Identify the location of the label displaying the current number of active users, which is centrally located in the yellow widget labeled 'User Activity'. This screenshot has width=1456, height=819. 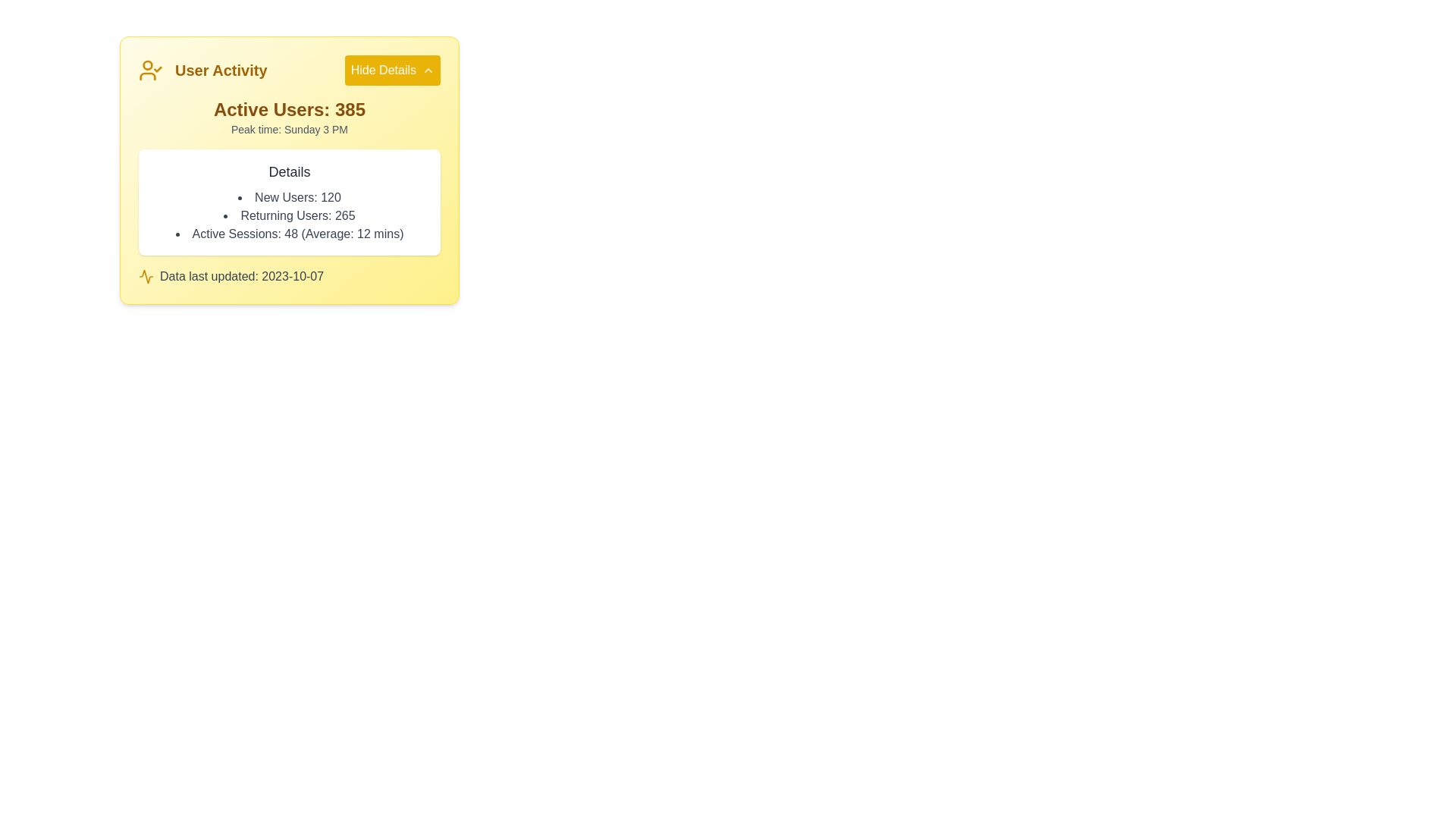
(290, 109).